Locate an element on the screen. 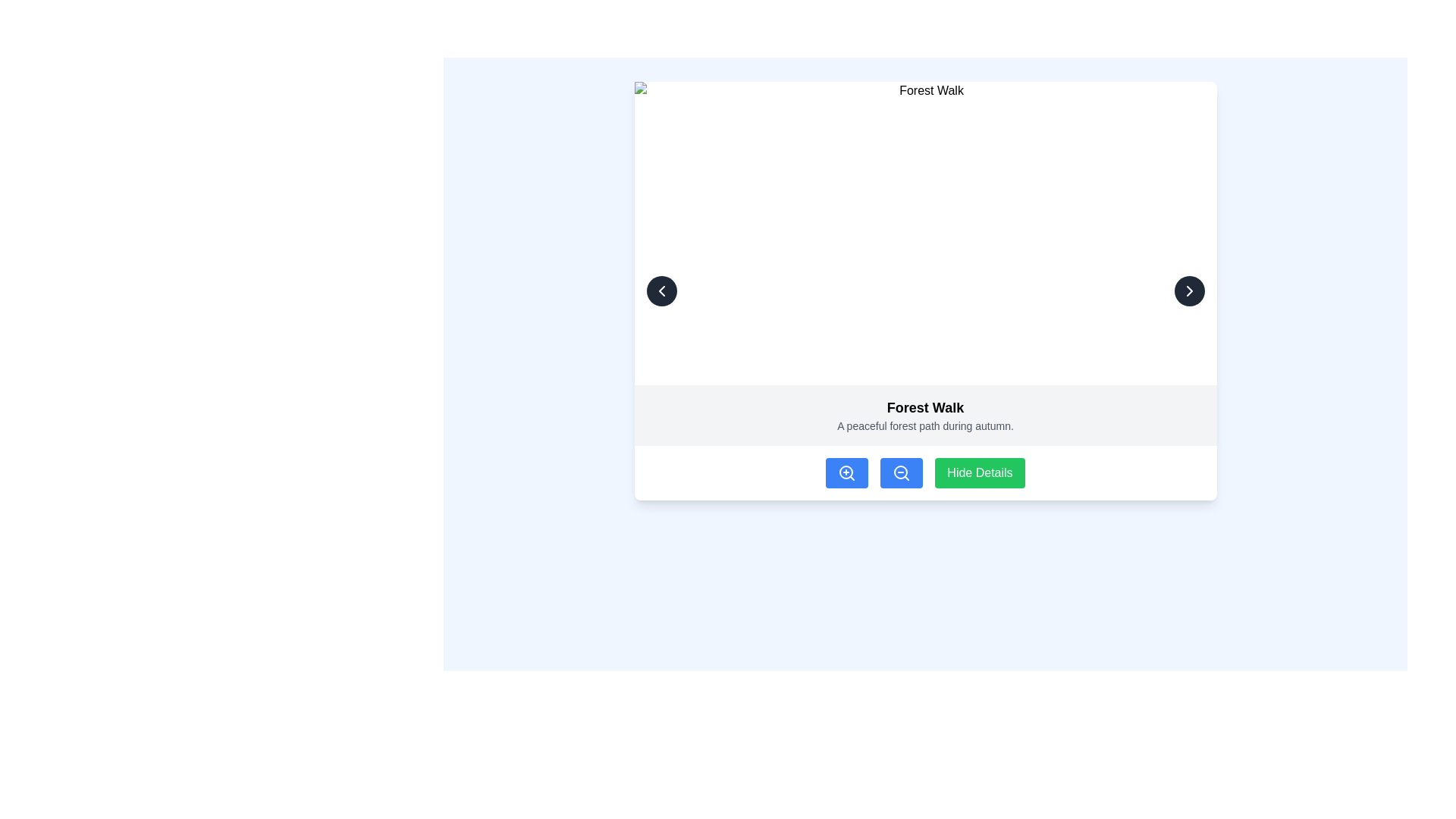  the Text label that provides additional details about the title 'Forest Walk', located in the lower central section of the interface is located at coordinates (924, 426).